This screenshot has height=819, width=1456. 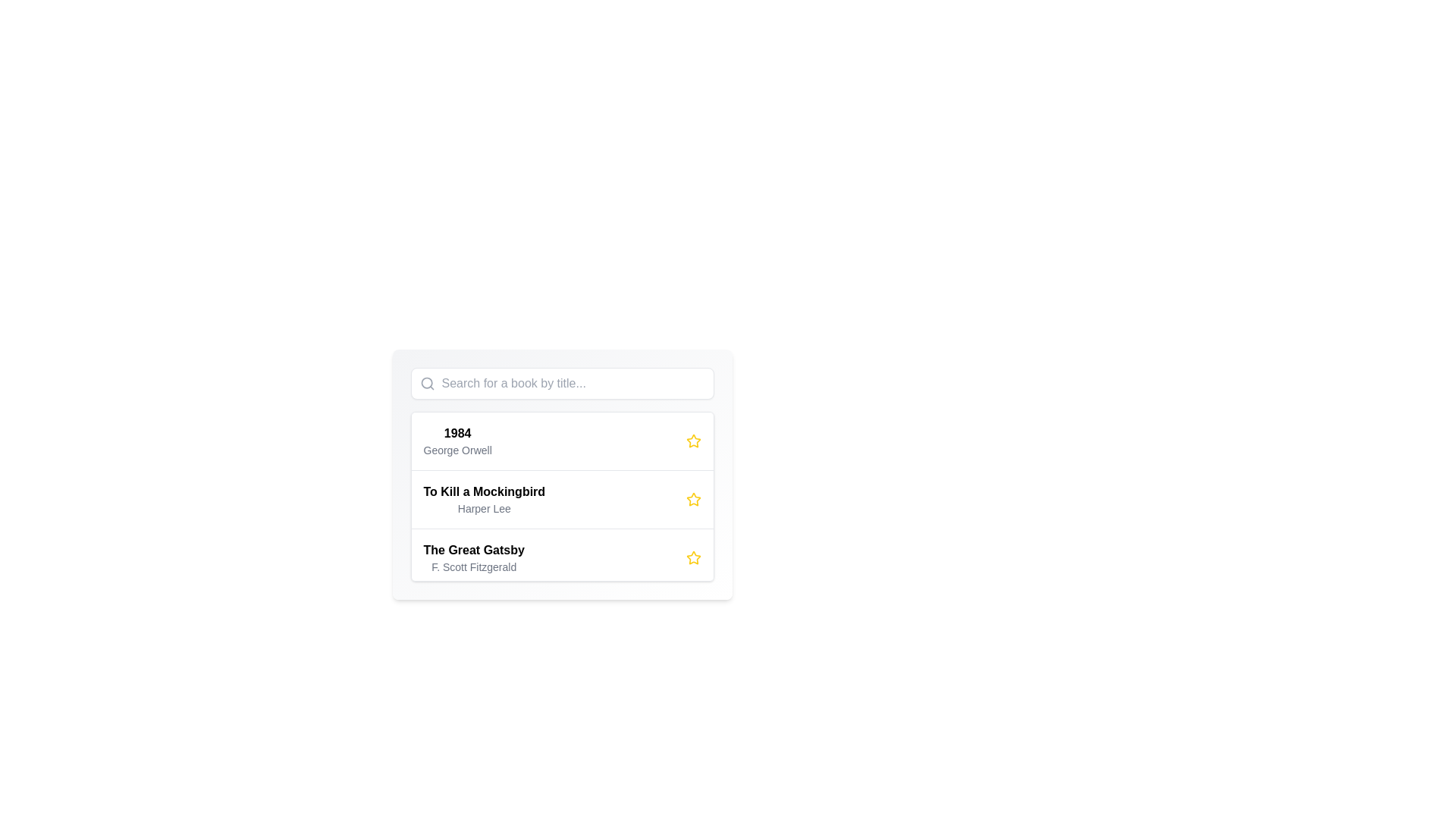 What do you see at coordinates (692, 500) in the screenshot?
I see `the star icon located on the right side of the list item for 'To Kill a Mockingbird' to mark it as favorite` at bounding box center [692, 500].